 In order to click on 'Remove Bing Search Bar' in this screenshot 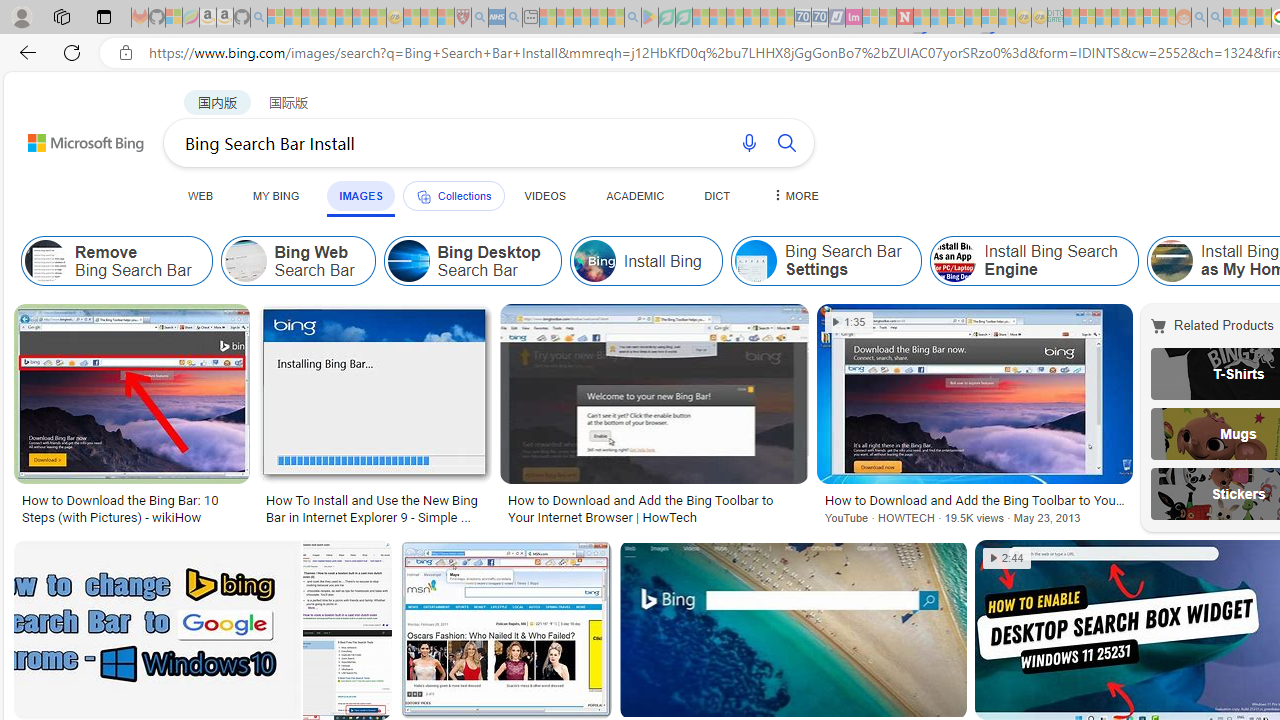, I will do `click(116, 260)`.